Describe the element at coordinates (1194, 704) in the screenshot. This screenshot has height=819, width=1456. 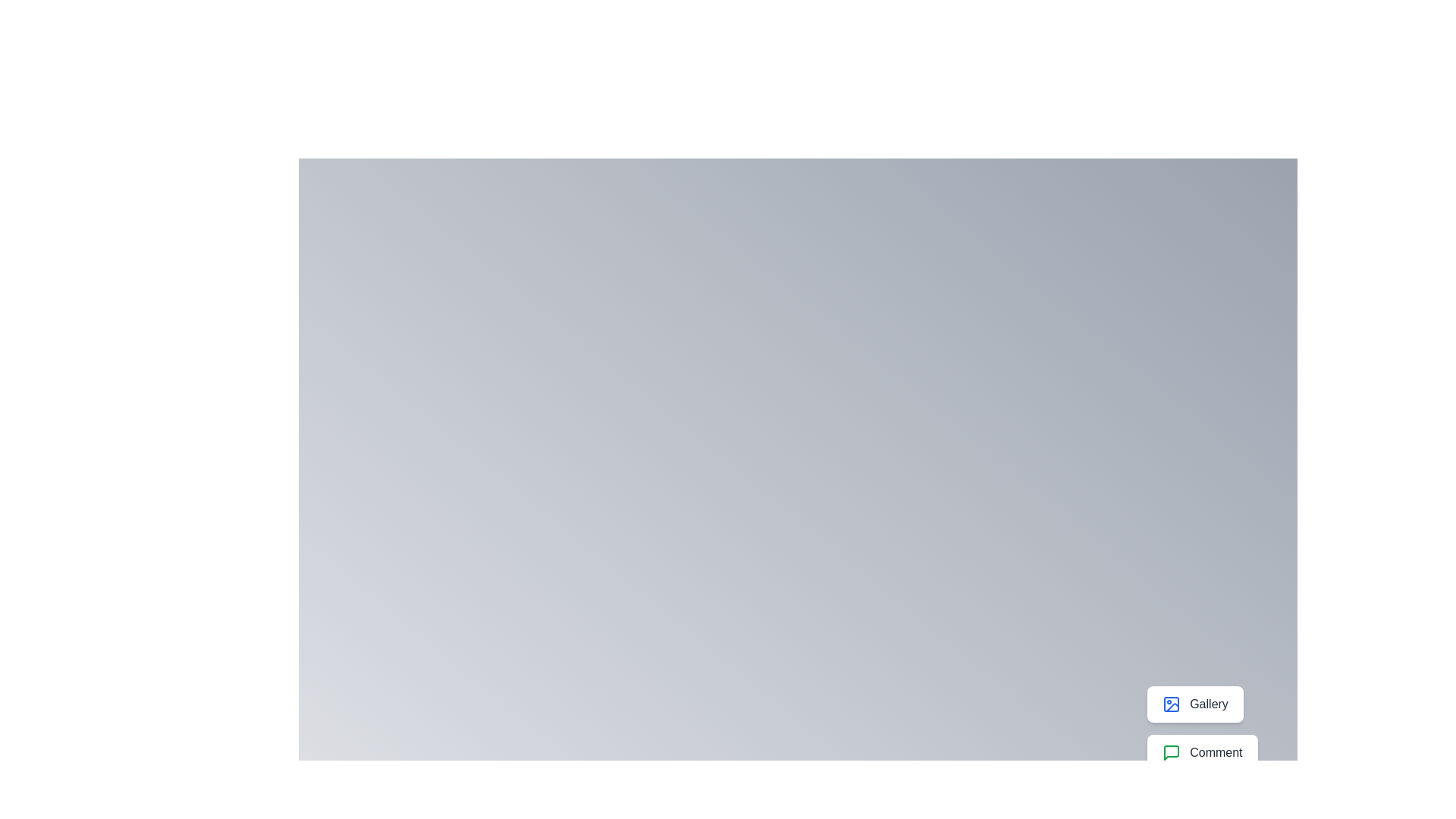
I see `the 'Gallery' button` at that location.